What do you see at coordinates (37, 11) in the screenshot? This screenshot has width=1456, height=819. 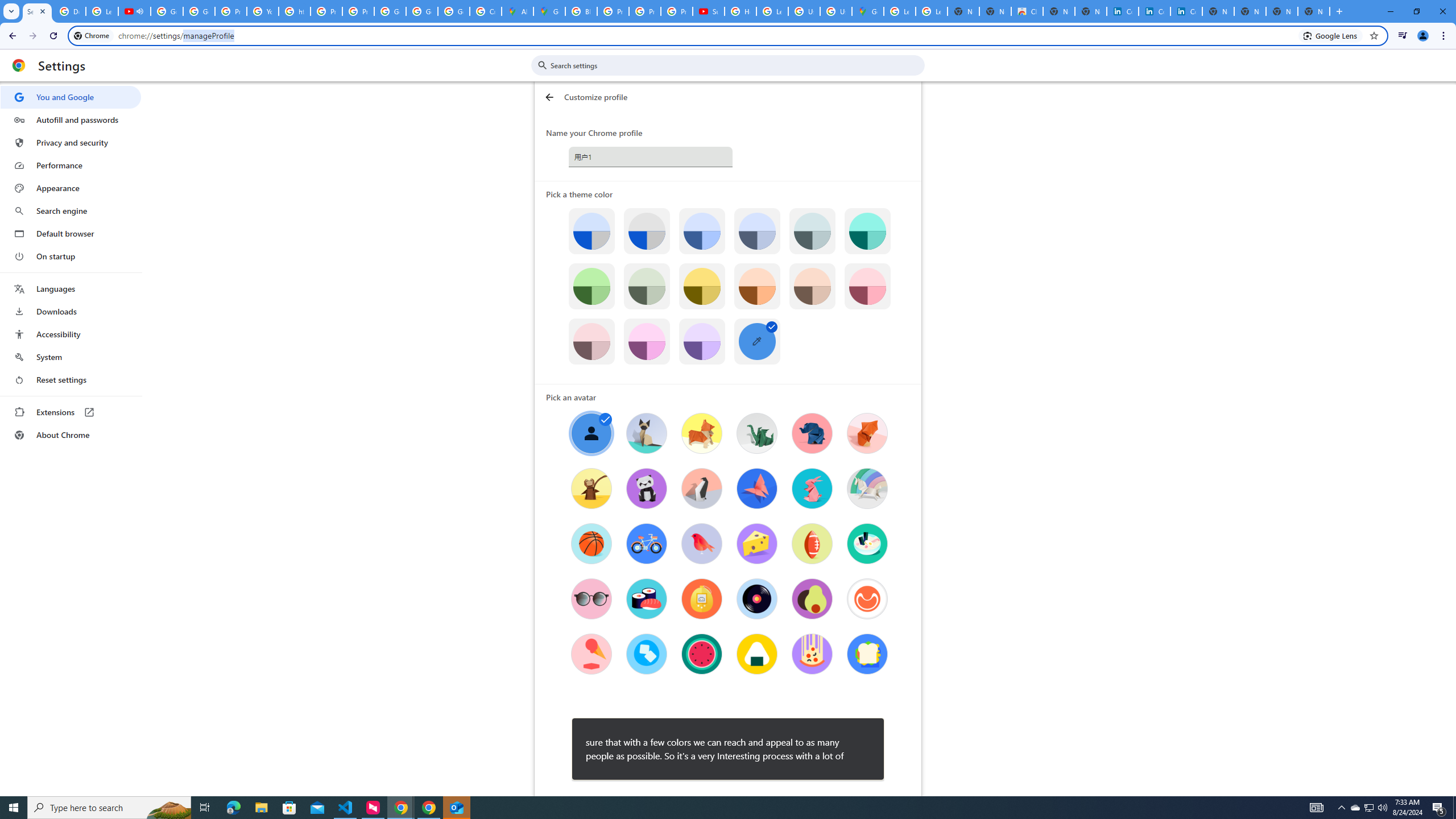 I see `'Settings - Customize profile'` at bounding box center [37, 11].